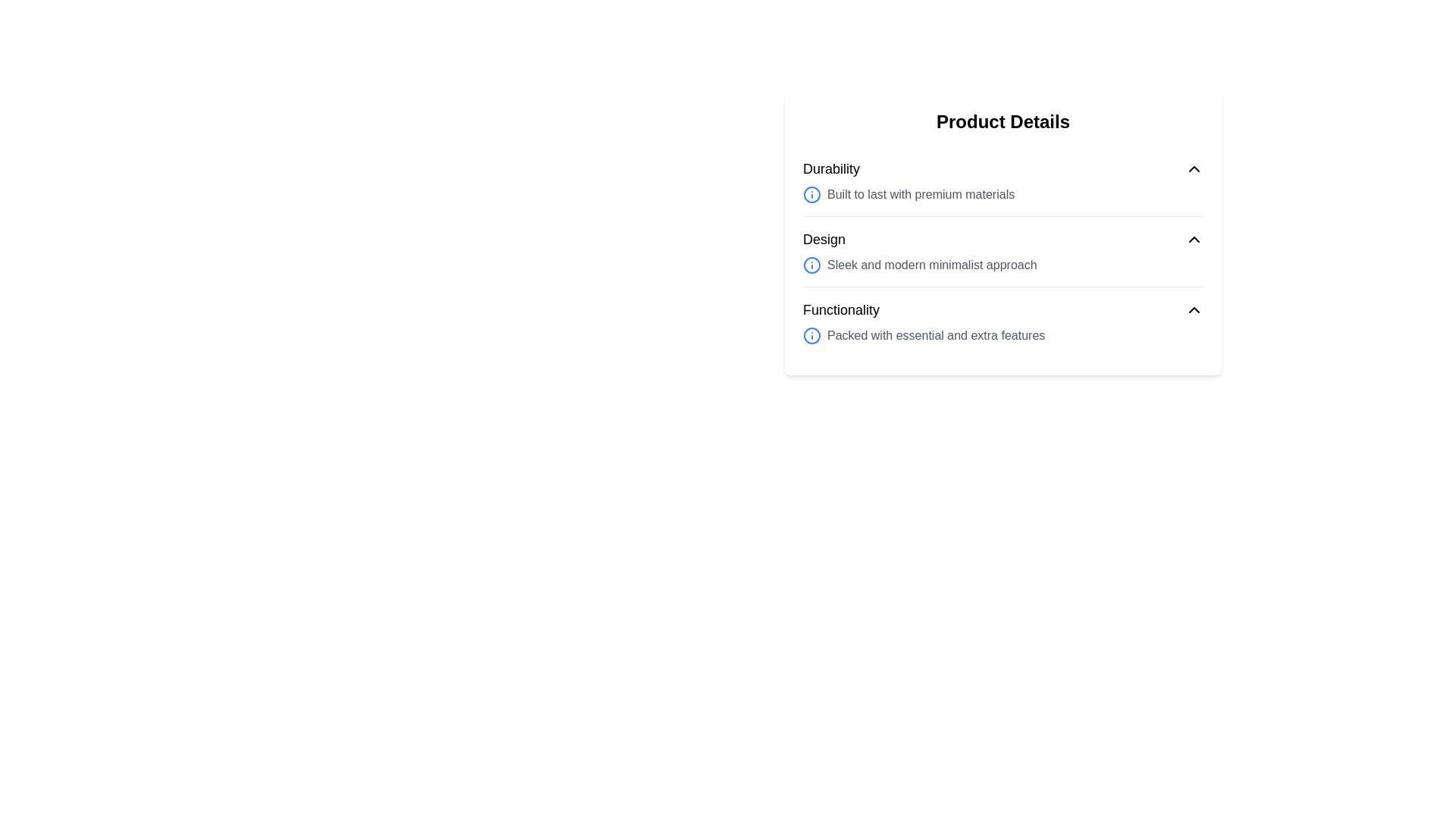 The height and width of the screenshot is (819, 1456). I want to click on the upward-pointing chevron icon located to the right of the 'Functionality' text, so click(1193, 309).